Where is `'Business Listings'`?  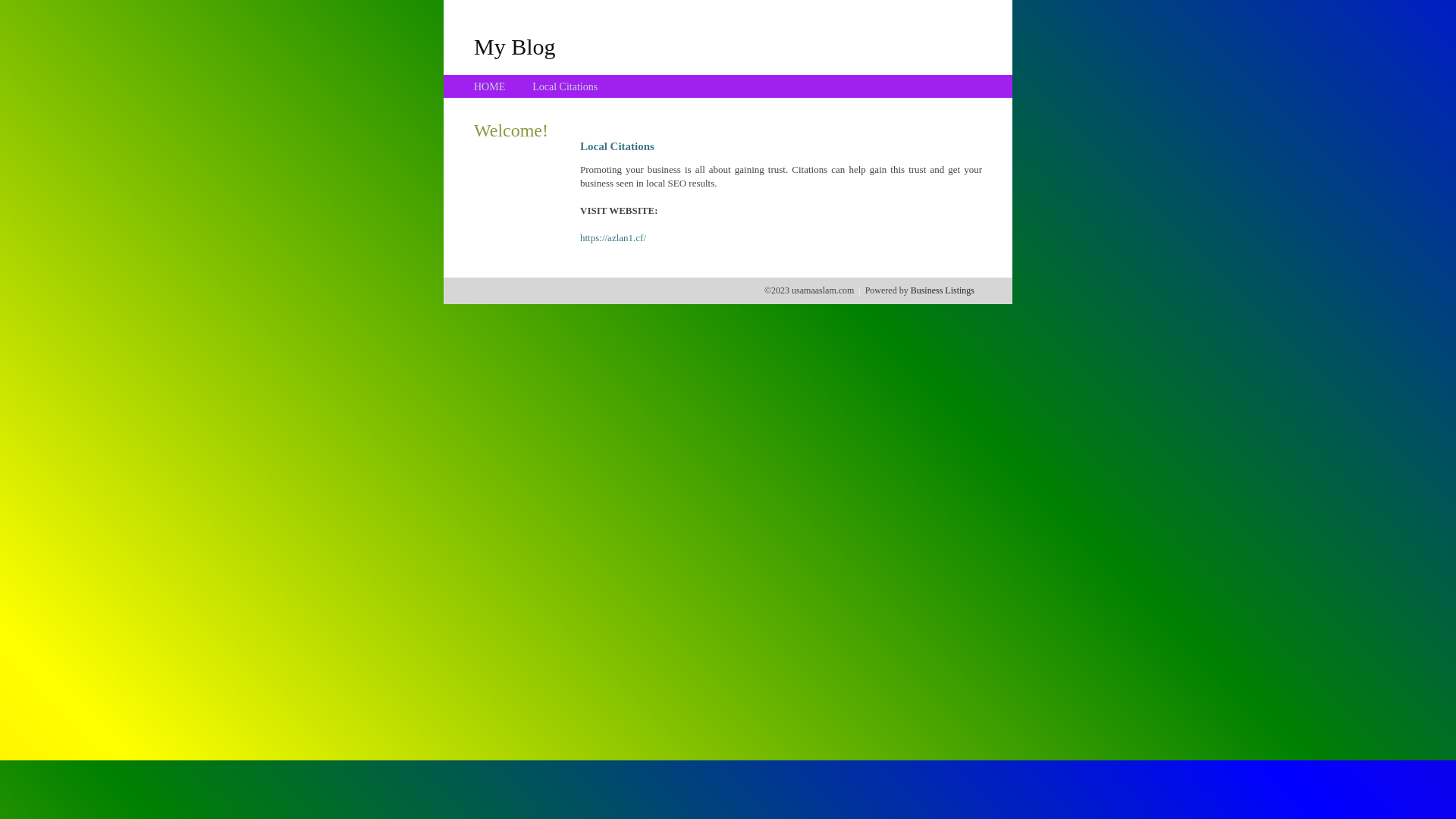 'Business Listings' is located at coordinates (942, 290).